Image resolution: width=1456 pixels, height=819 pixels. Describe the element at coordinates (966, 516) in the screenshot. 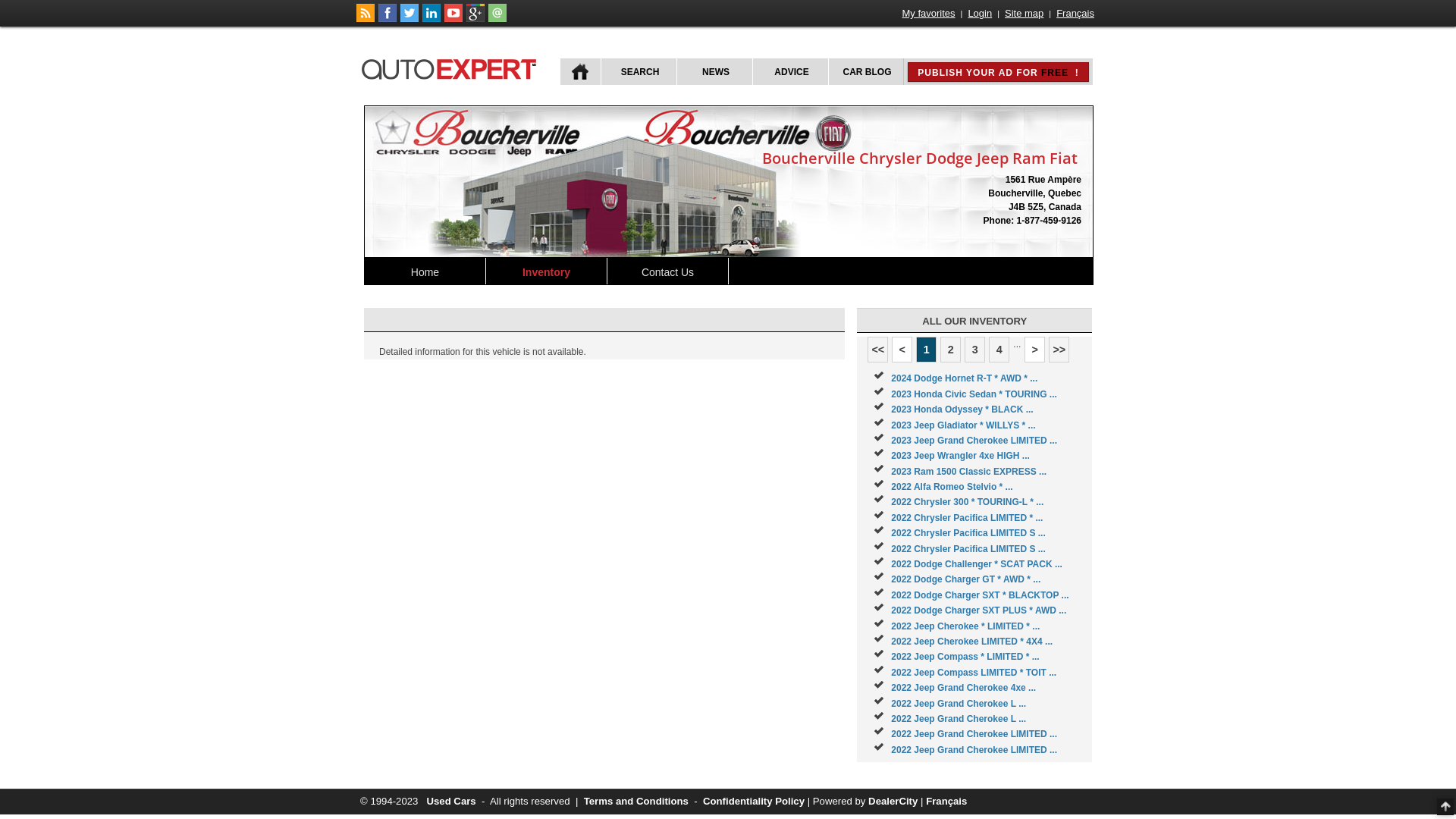

I see `'2022 Chrysler Pacifica LIMITED * ...'` at that location.